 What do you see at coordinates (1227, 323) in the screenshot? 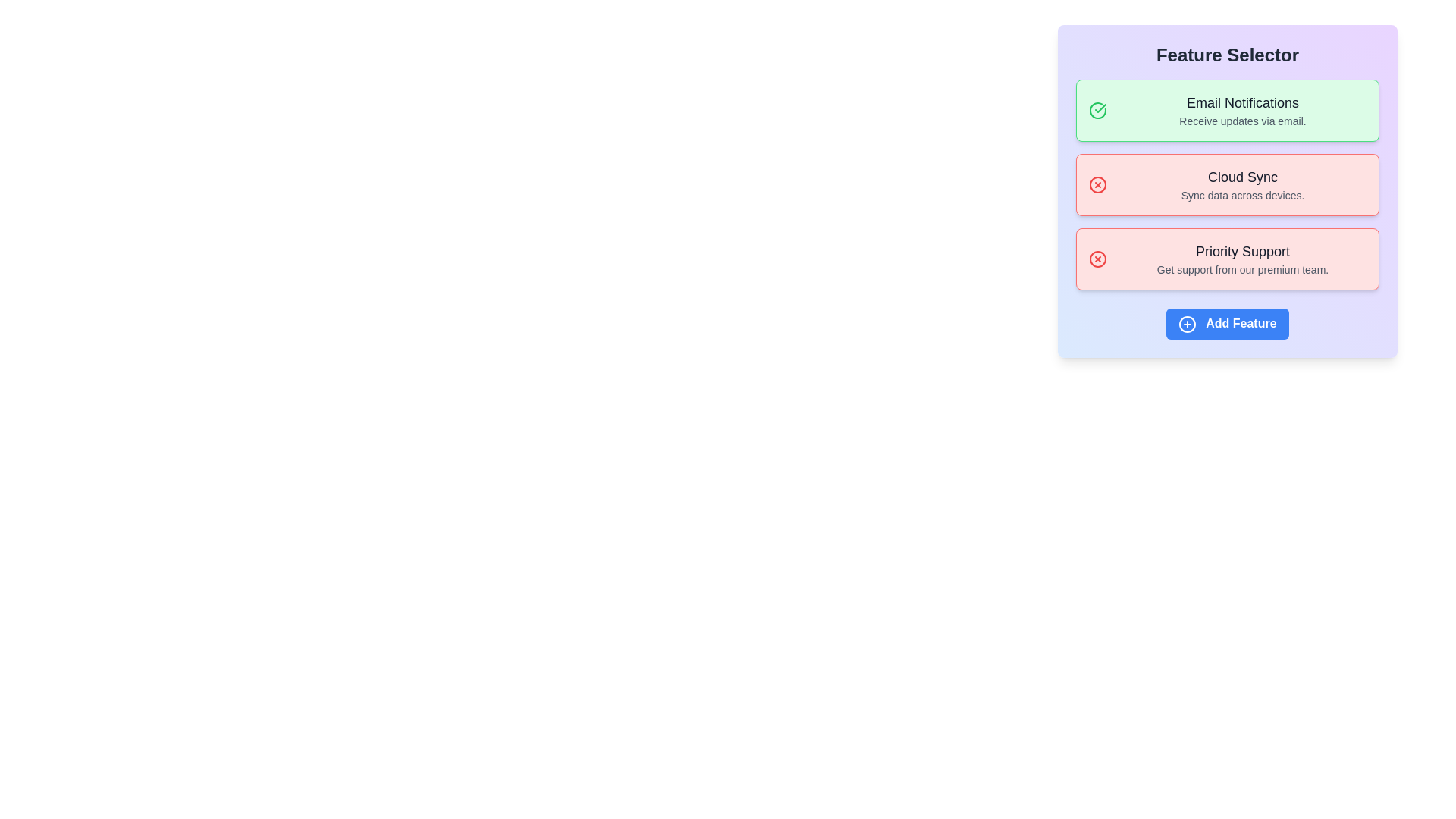
I see `the blue 'Add Feature' button with a white plus icon` at bounding box center [1227, 323].